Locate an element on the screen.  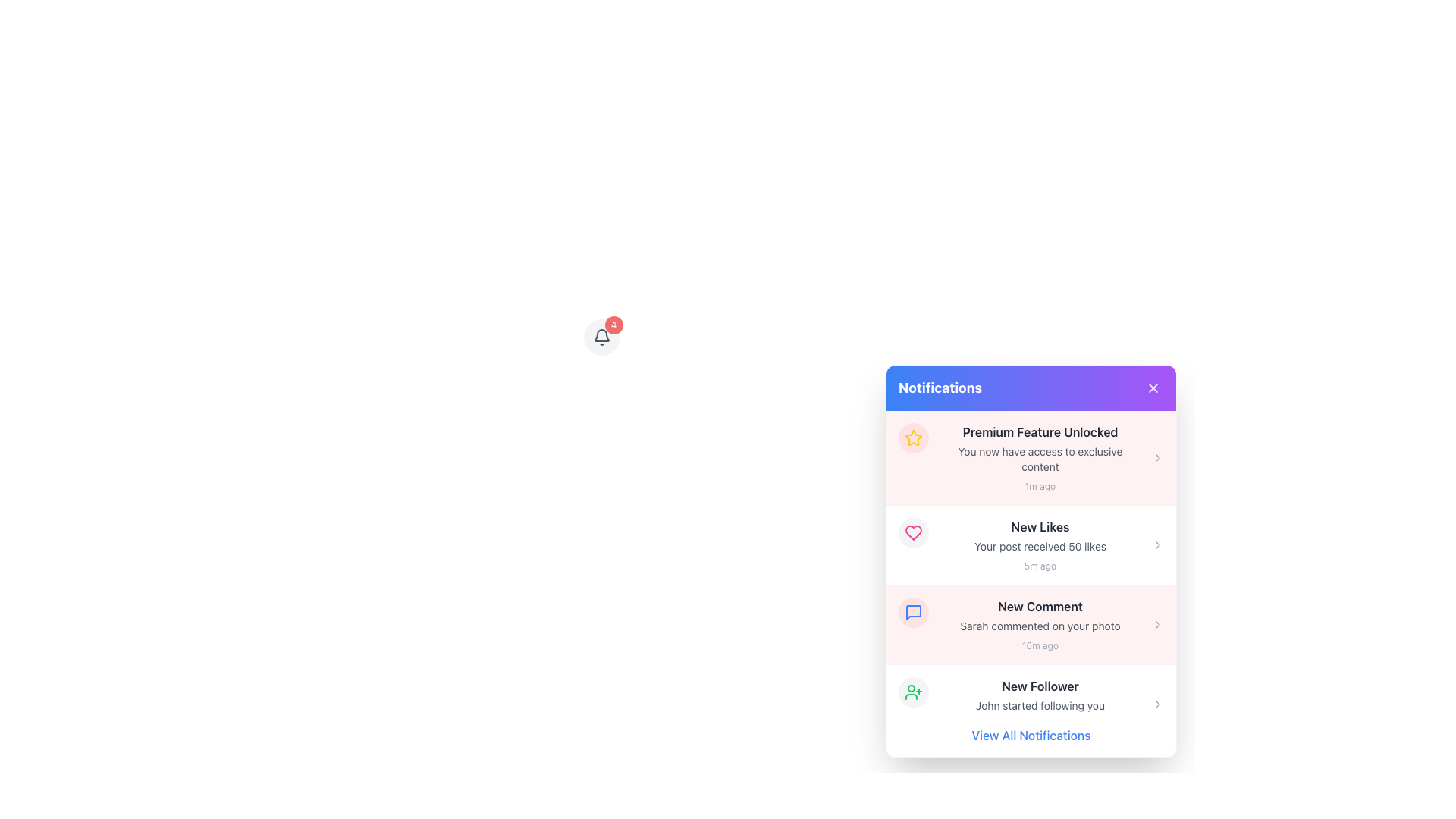
the close button located at the top-right corner of the notifications panel is located at coordinates (1153, 388).